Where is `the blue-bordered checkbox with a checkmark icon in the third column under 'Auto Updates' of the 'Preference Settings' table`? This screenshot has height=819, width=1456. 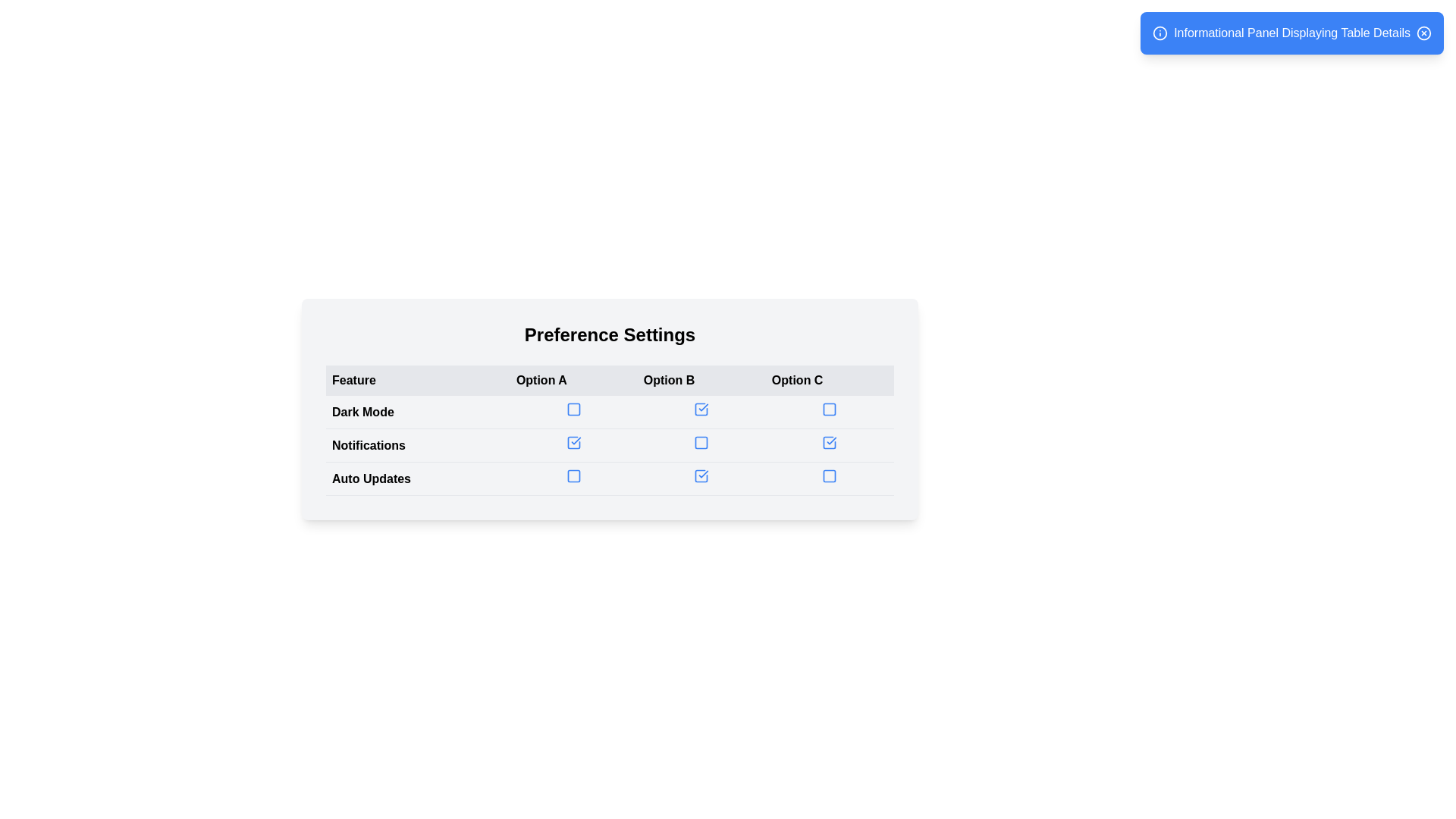 the blue-bordered checkbox with a checkmark icon in the third column under 'Auto Updates' of the 'Preference Settings' table is located at coordinates (701, 475).